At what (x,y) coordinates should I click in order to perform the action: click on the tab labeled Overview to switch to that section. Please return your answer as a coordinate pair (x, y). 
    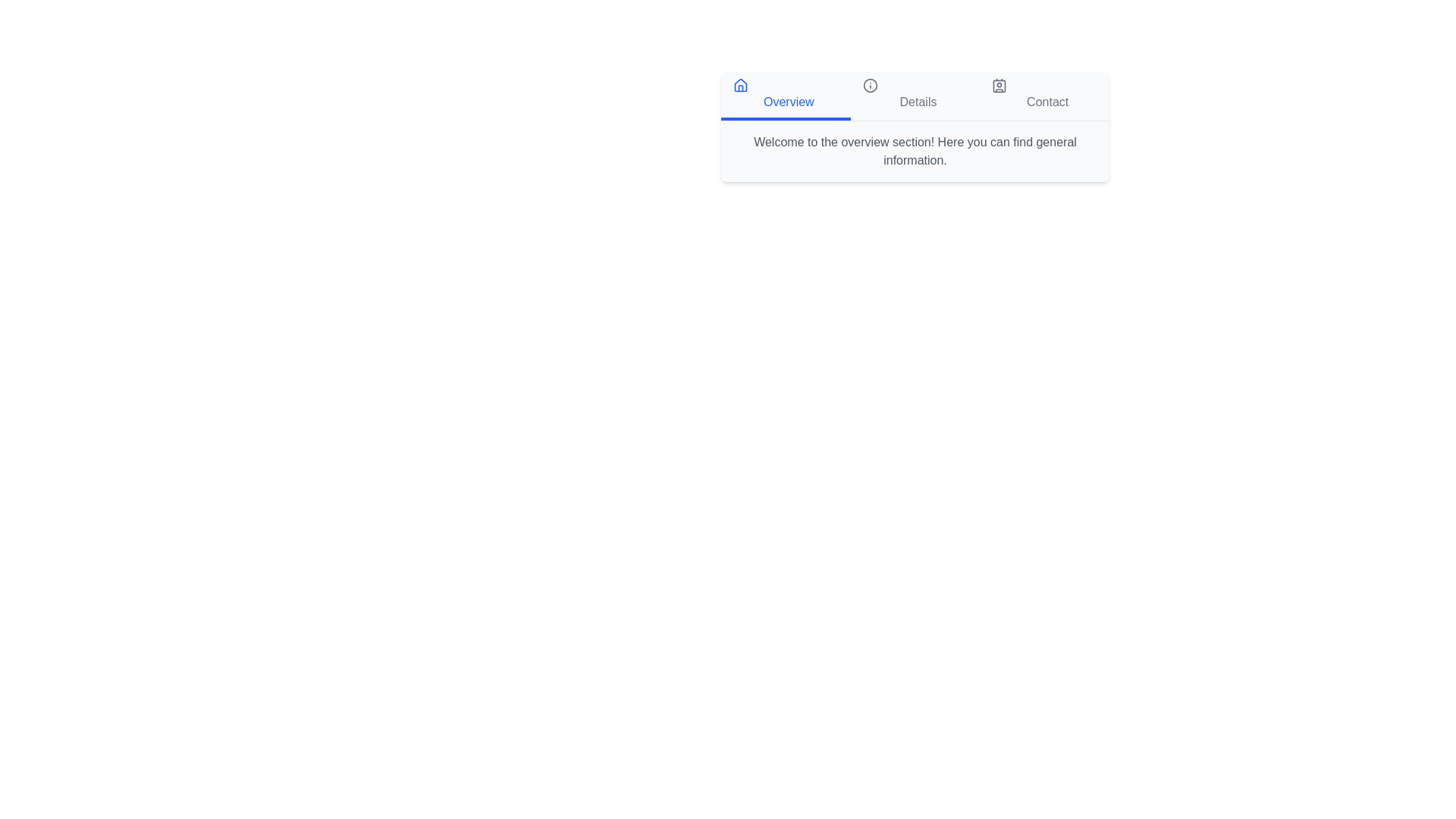
    Looking at the image, I should click on (786, 96).